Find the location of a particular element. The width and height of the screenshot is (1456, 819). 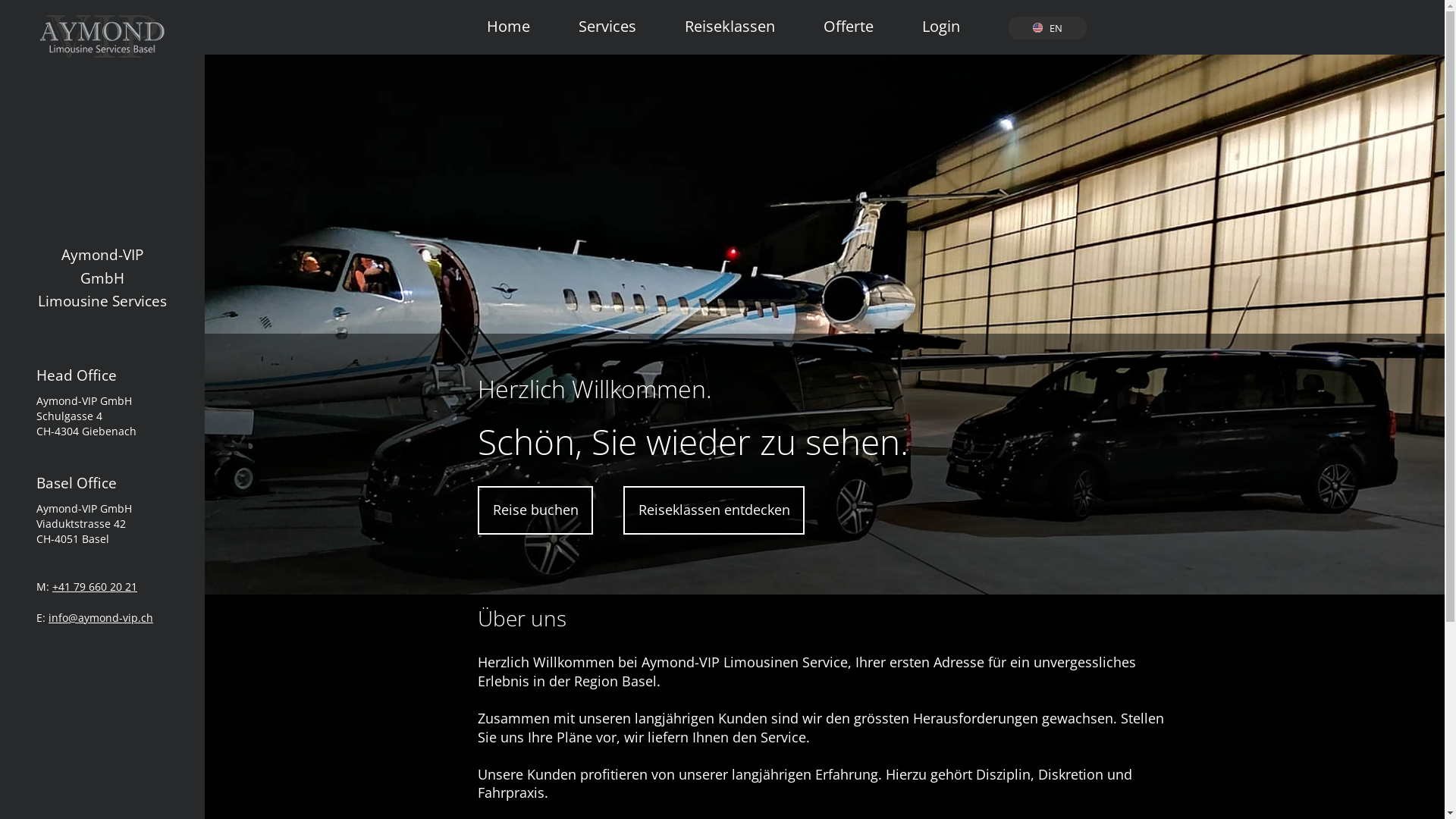

'EN' is located at coordinates (1046, 28).